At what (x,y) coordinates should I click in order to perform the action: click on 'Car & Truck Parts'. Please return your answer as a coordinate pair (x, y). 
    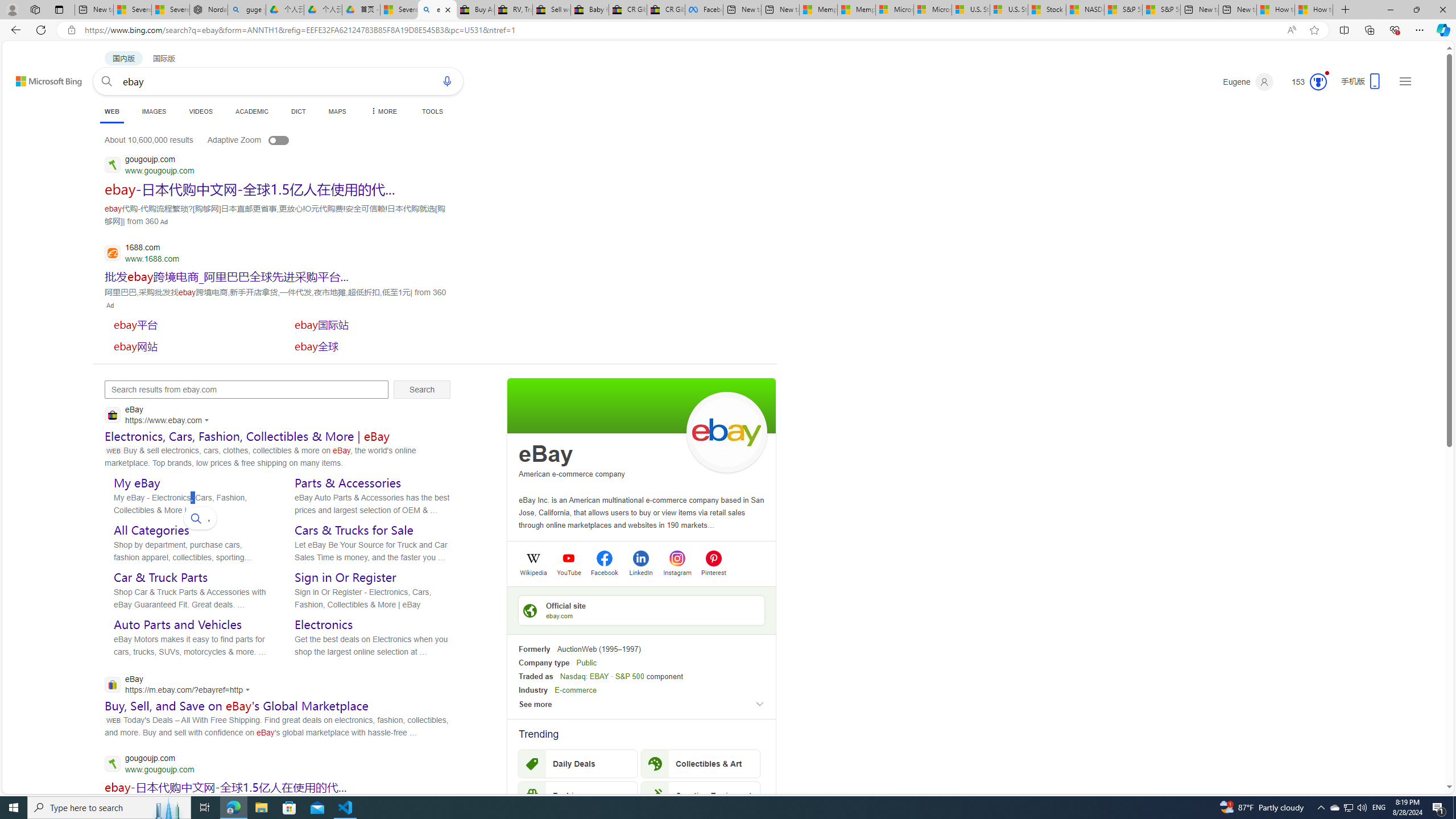
    Looking at the image, I should click on (160, 577).